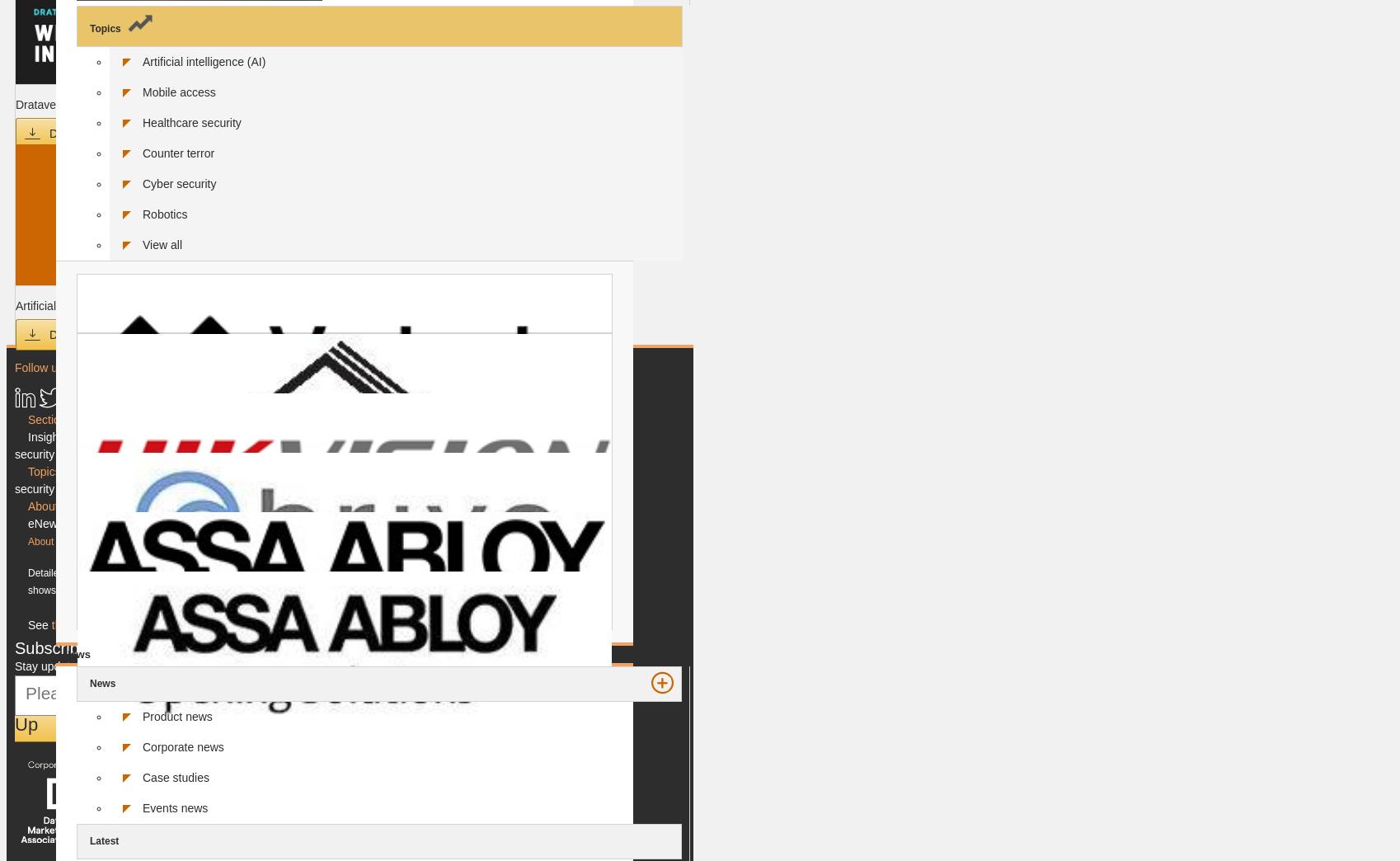  I want to click on 'Sections', so click(51, 419).